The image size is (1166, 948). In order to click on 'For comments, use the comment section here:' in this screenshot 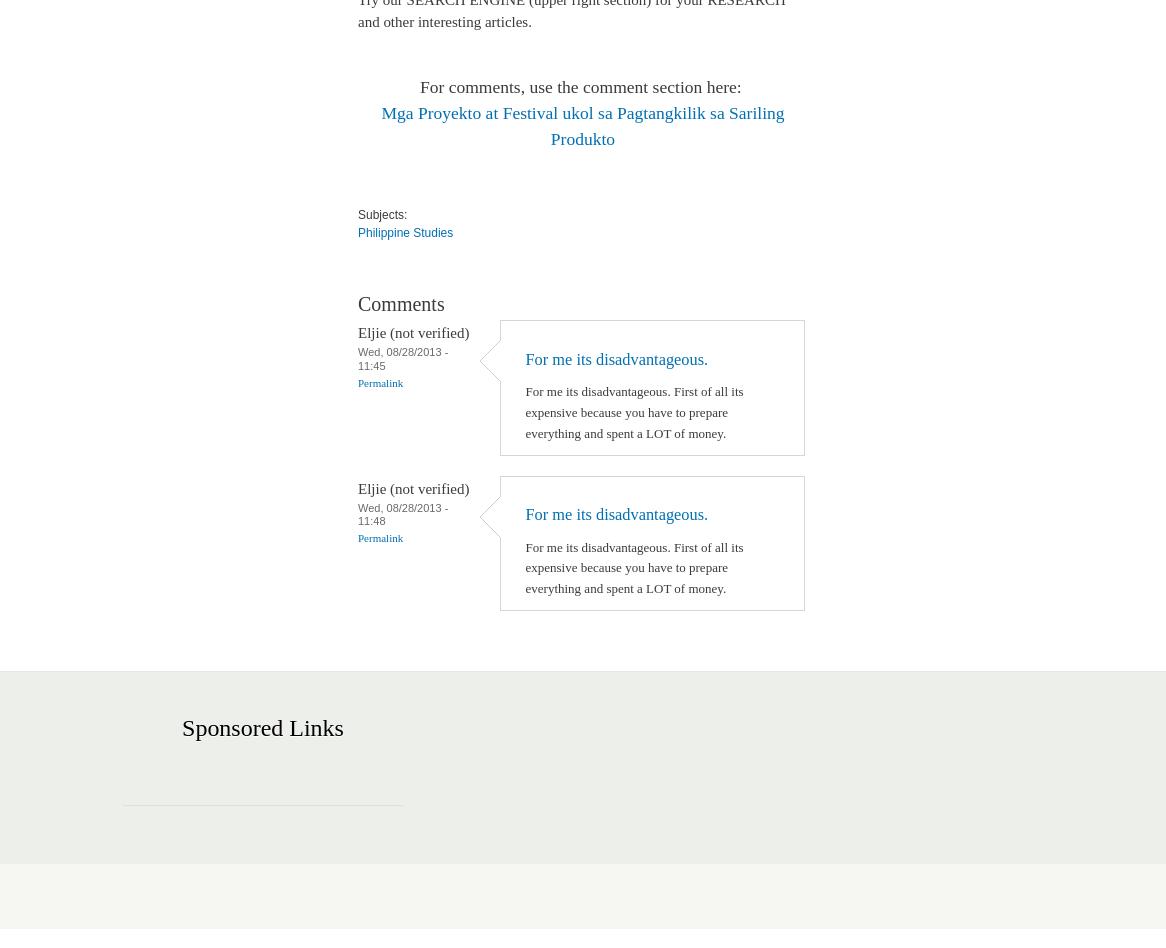, I will do `click(581, 85)`.